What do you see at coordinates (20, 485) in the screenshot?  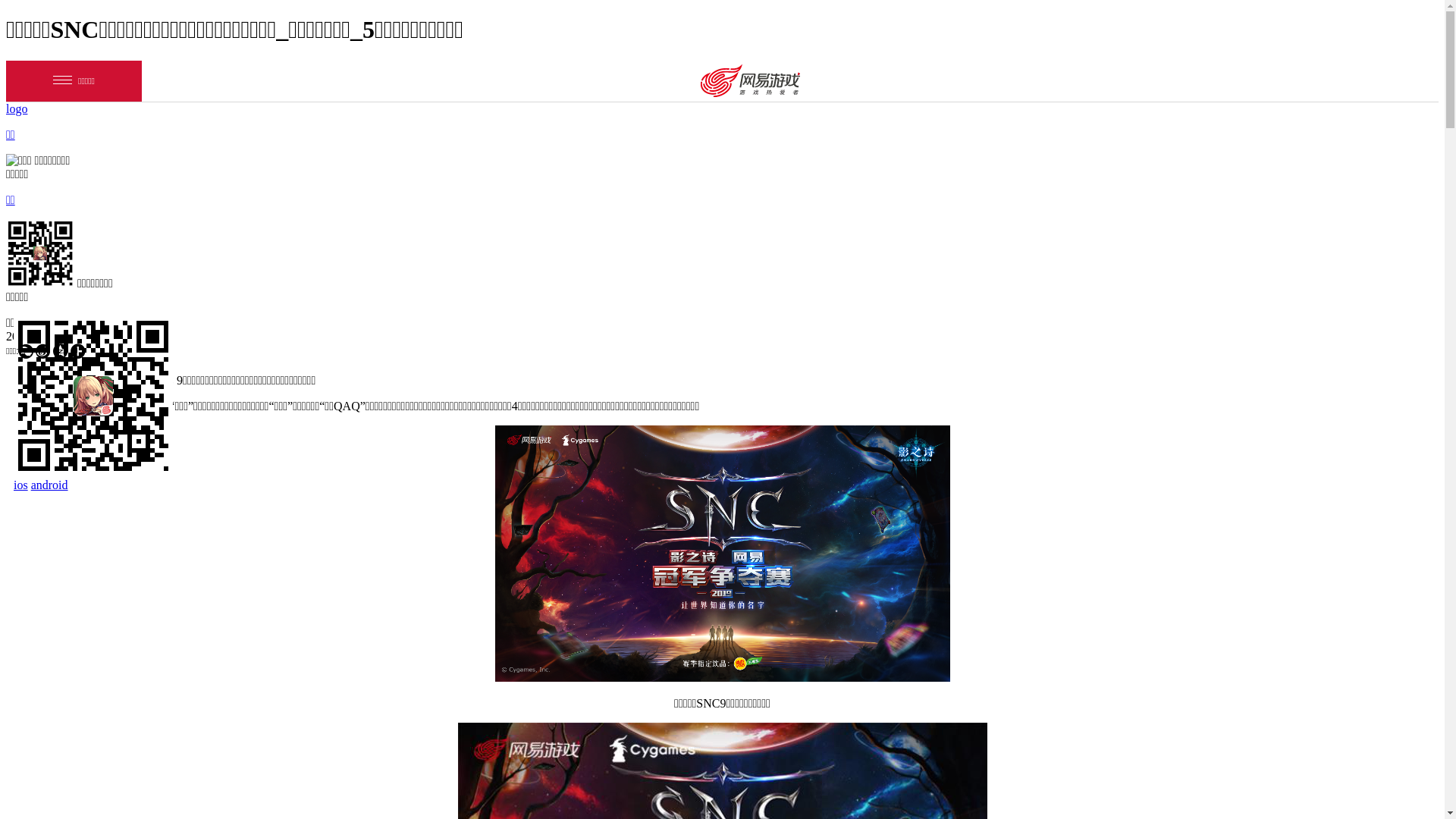 I see `'ios'` at bounding box center [20, 485].